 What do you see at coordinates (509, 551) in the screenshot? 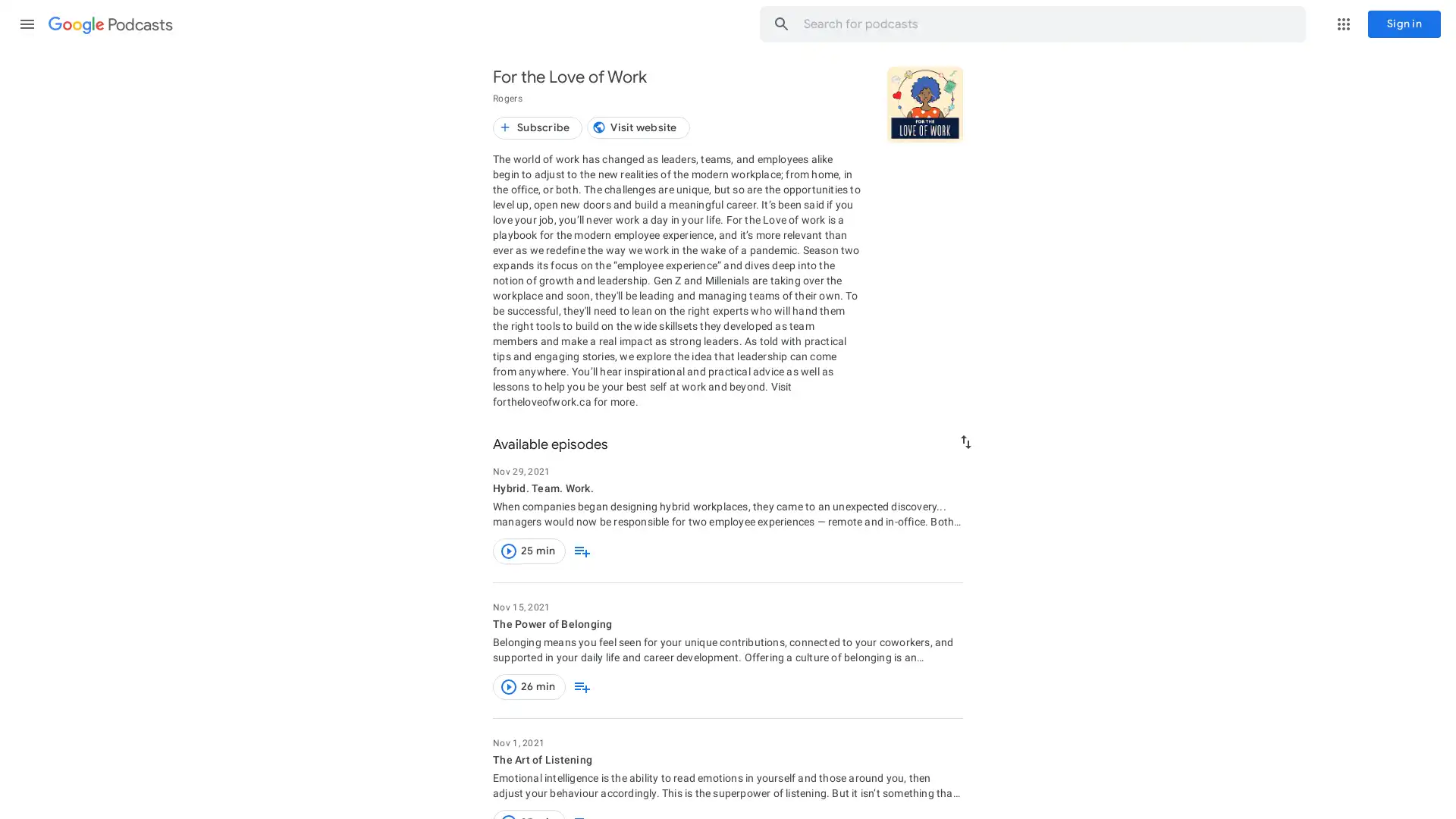
I see `Play this episode` at bounding box center [509, 551].